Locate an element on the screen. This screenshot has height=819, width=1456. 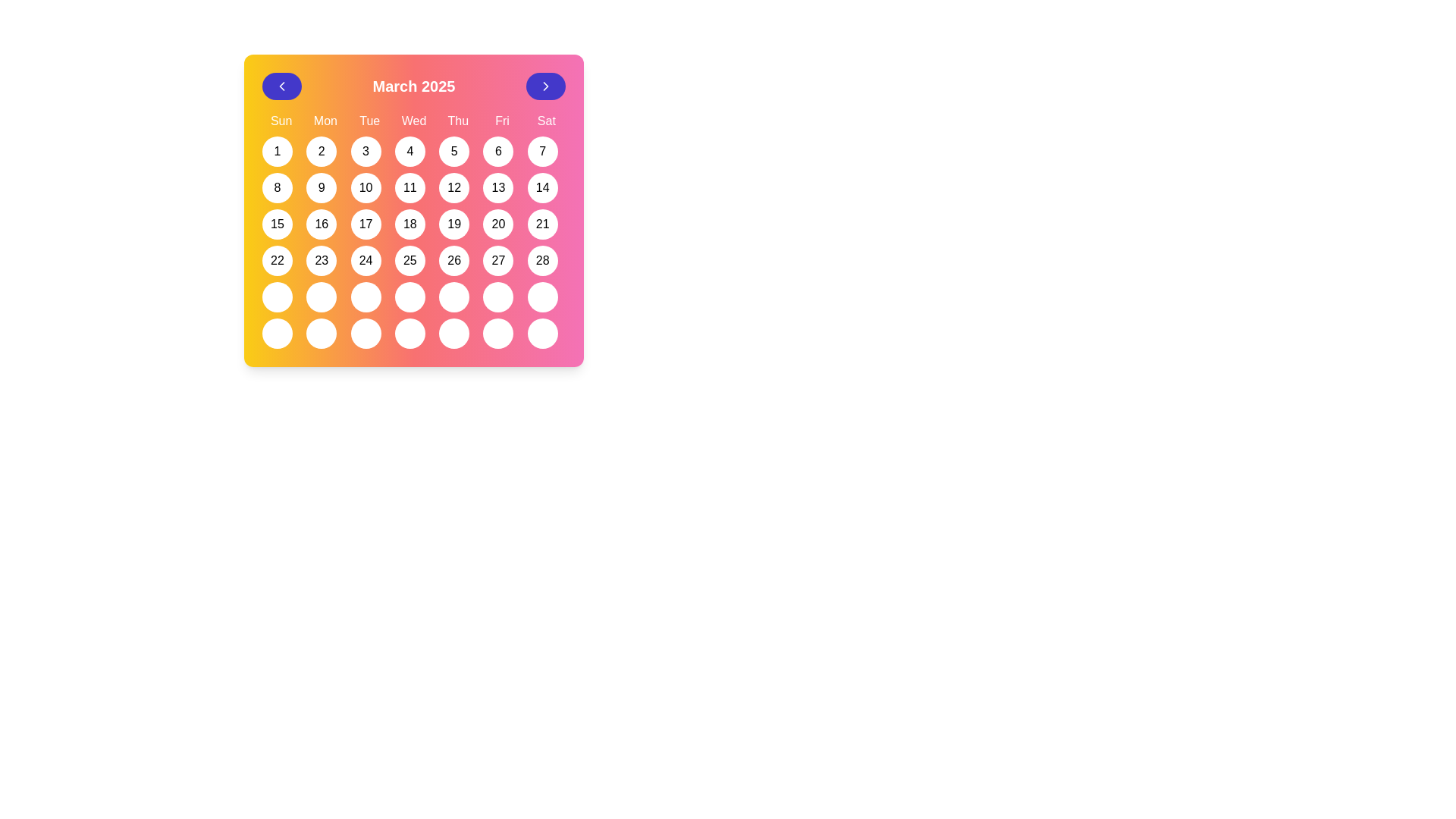
the rounded white circular button labeled '6' in the calendar grid is located at coordinates (498, 152).